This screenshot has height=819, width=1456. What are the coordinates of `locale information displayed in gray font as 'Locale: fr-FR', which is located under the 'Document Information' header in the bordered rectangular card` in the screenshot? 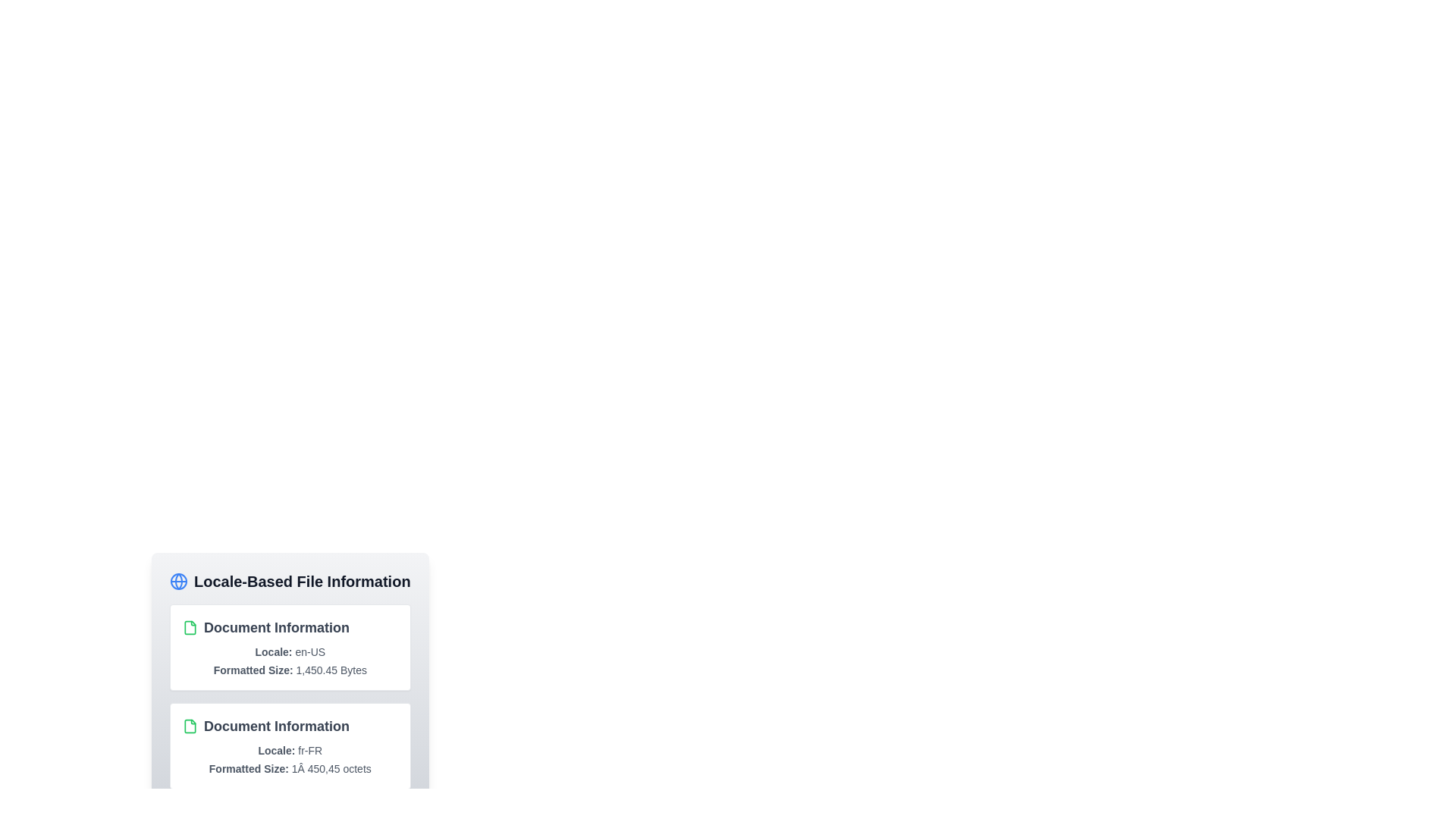 It's located at (290, 751).